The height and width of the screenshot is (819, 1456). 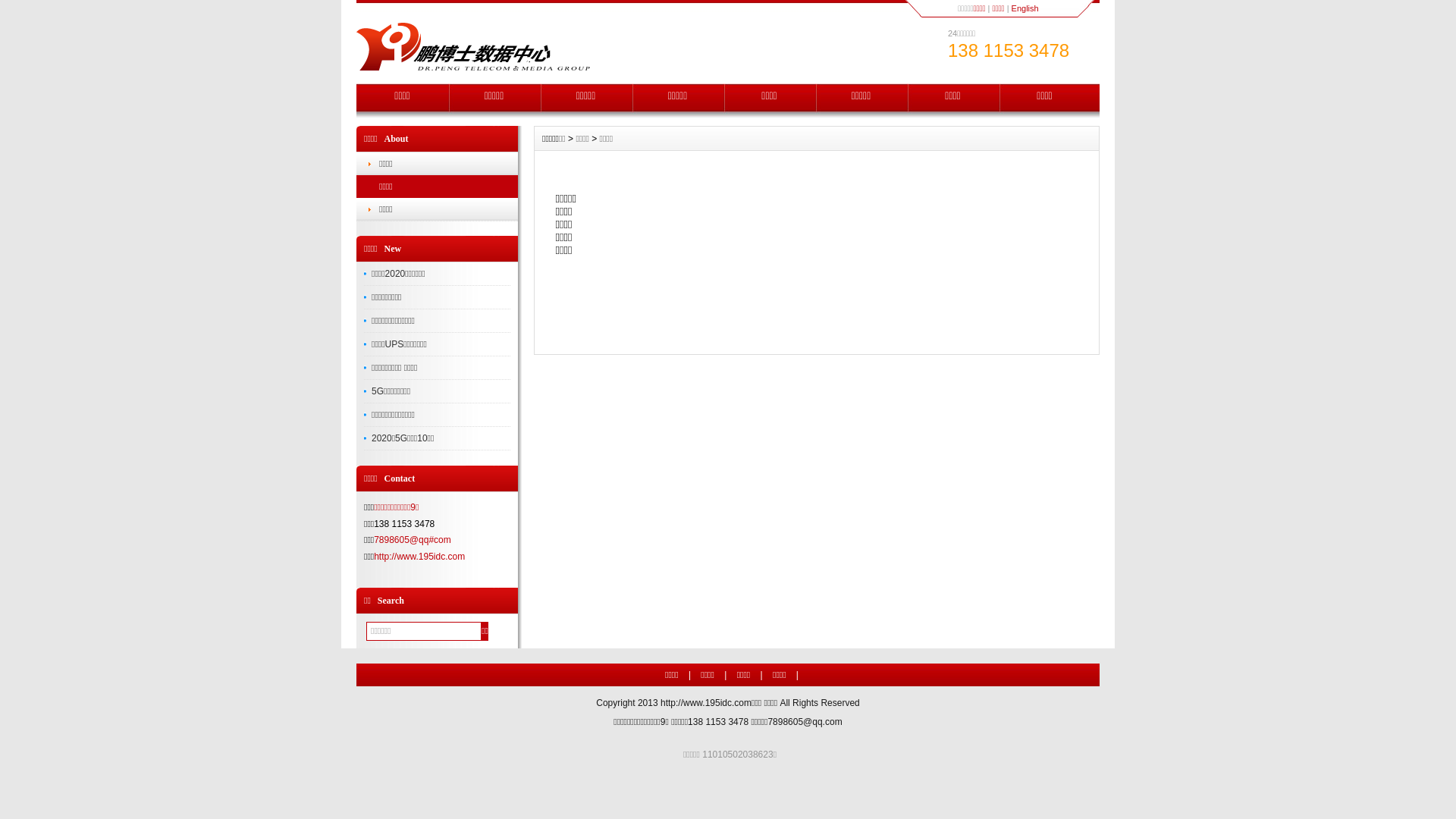 What do you see at coordinates (1025, 8) in the screenshot?
I see `'English'` at bounding box center [1025, 8].